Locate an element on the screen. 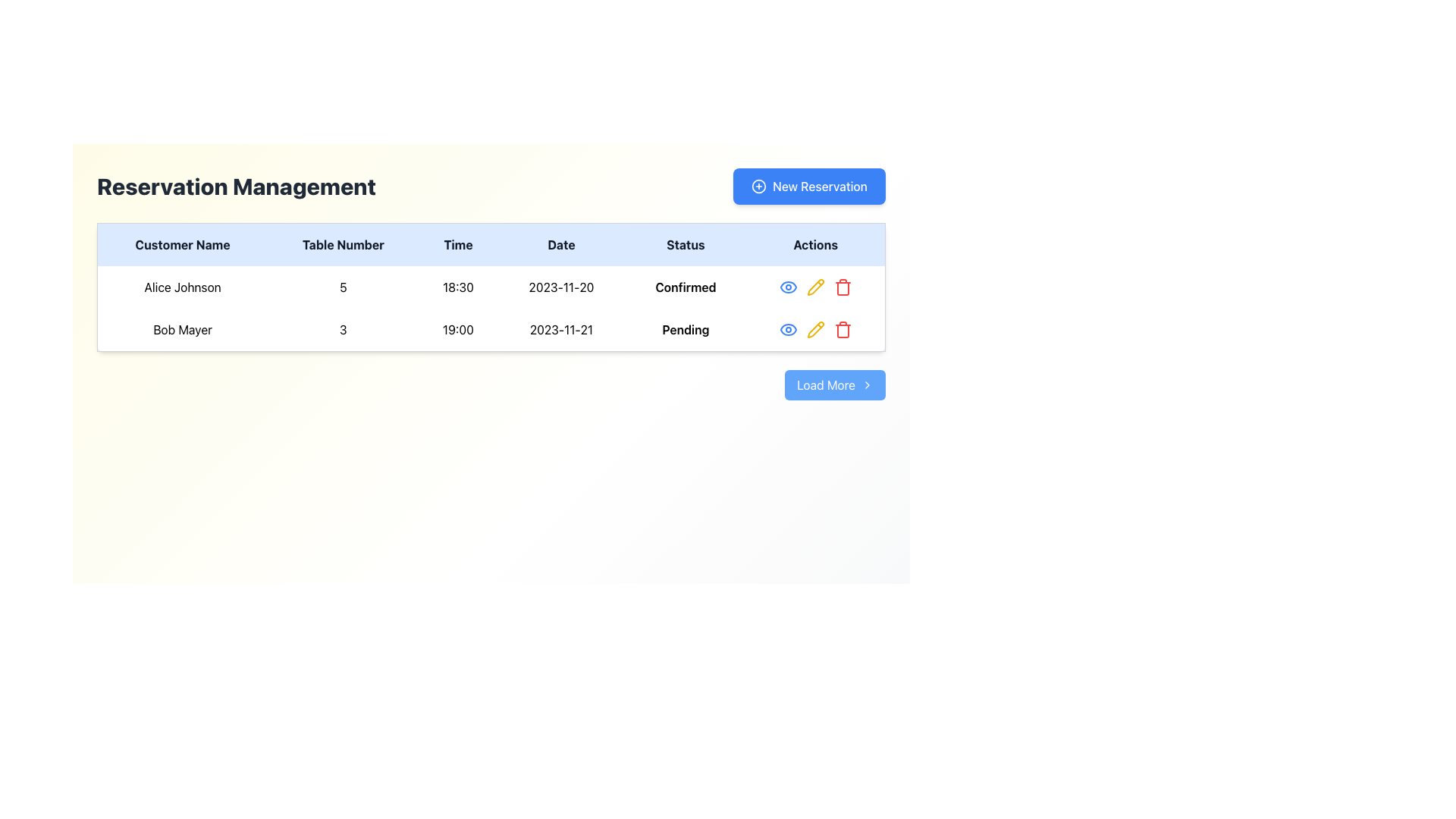 The image size is (1456, 819). the delete IconButton in the second row of the reservation table for the reservation by Bob Mayer is located at coordinates (842, 330).